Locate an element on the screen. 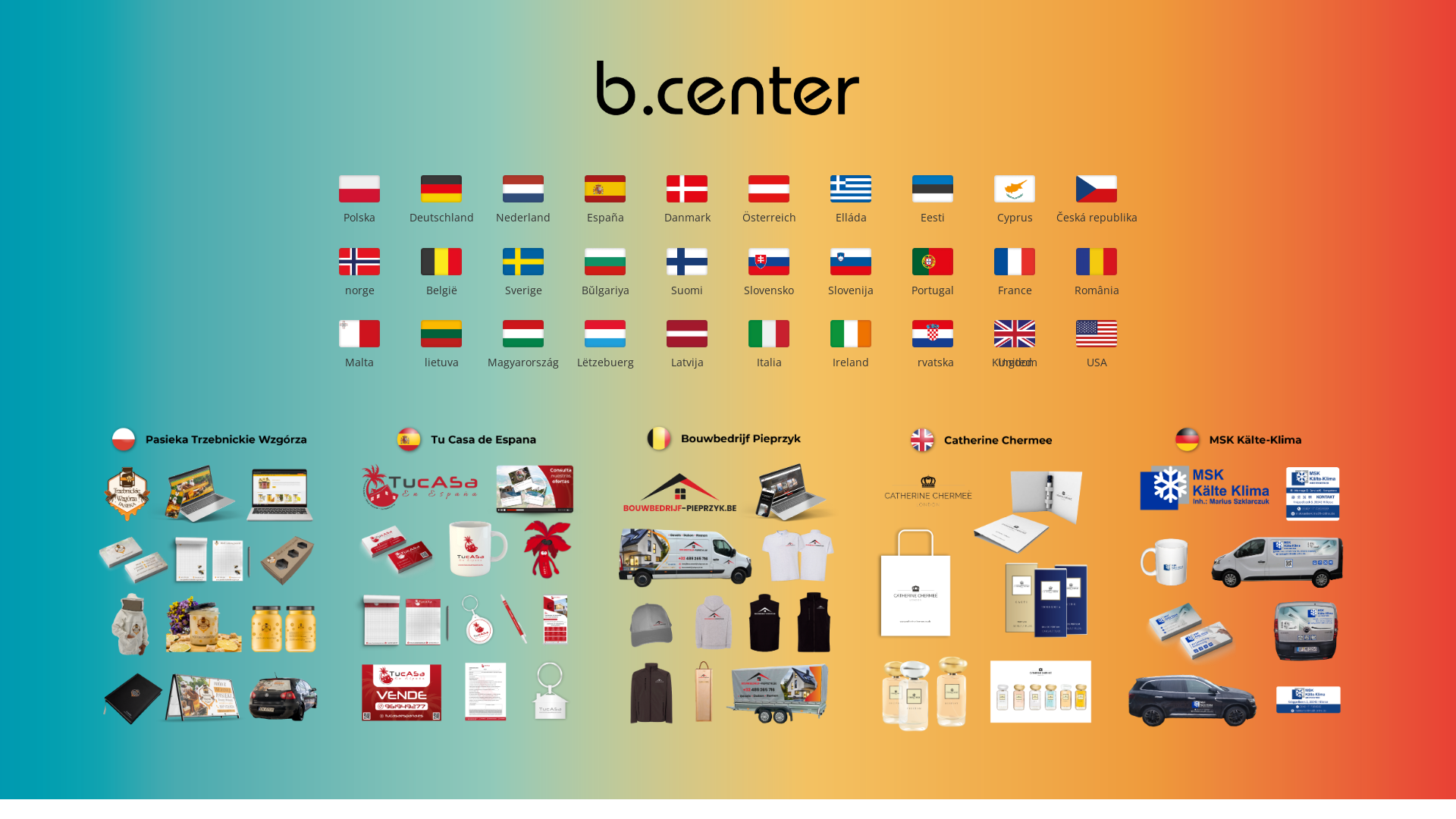  'trzebnickie_wzgorza_pasieka_1' is located at coordinates (209, 578).